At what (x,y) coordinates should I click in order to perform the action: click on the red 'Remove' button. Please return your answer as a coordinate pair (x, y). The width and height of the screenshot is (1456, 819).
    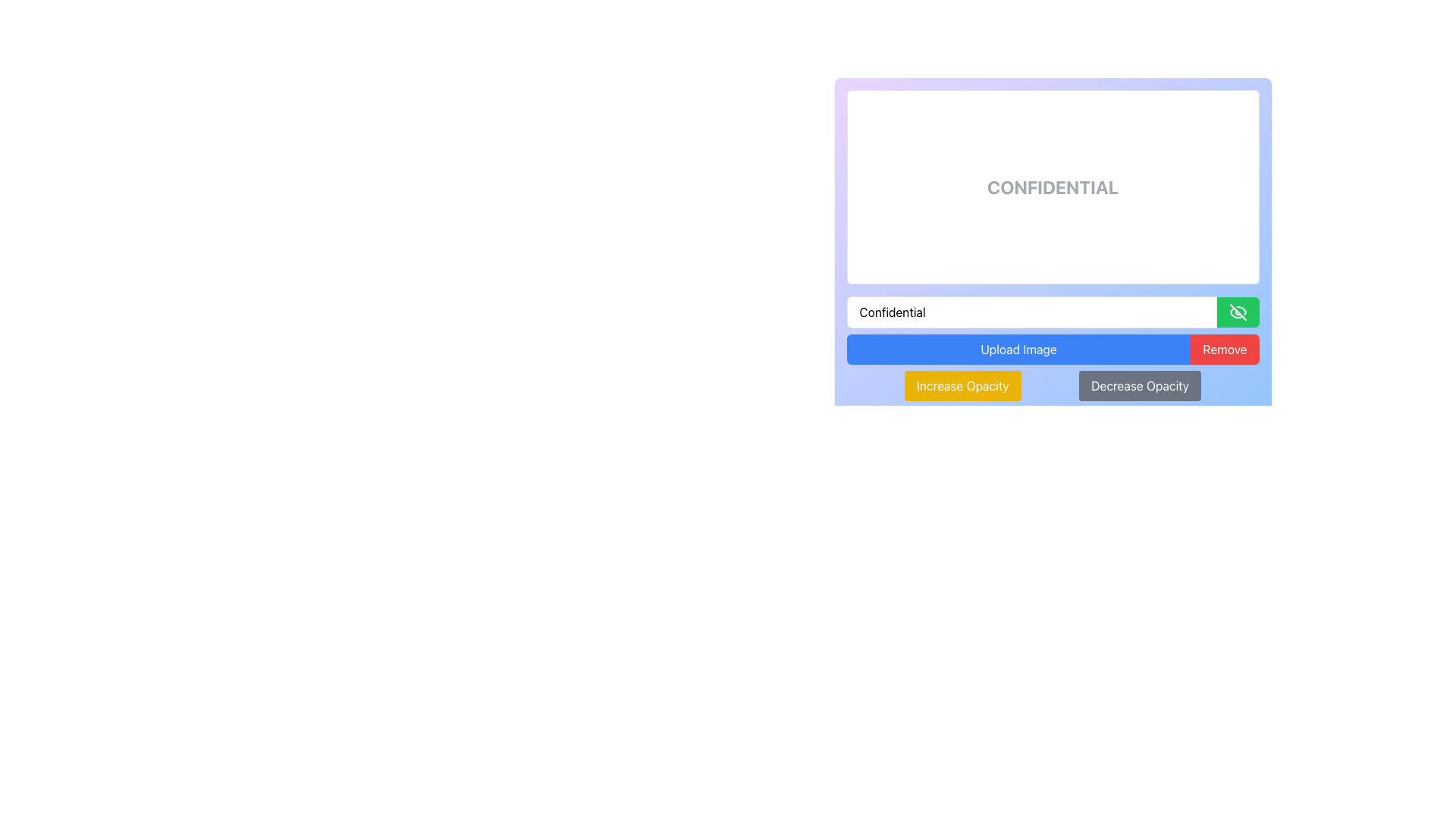
    Looking at the image, I should click on (1225, 350).